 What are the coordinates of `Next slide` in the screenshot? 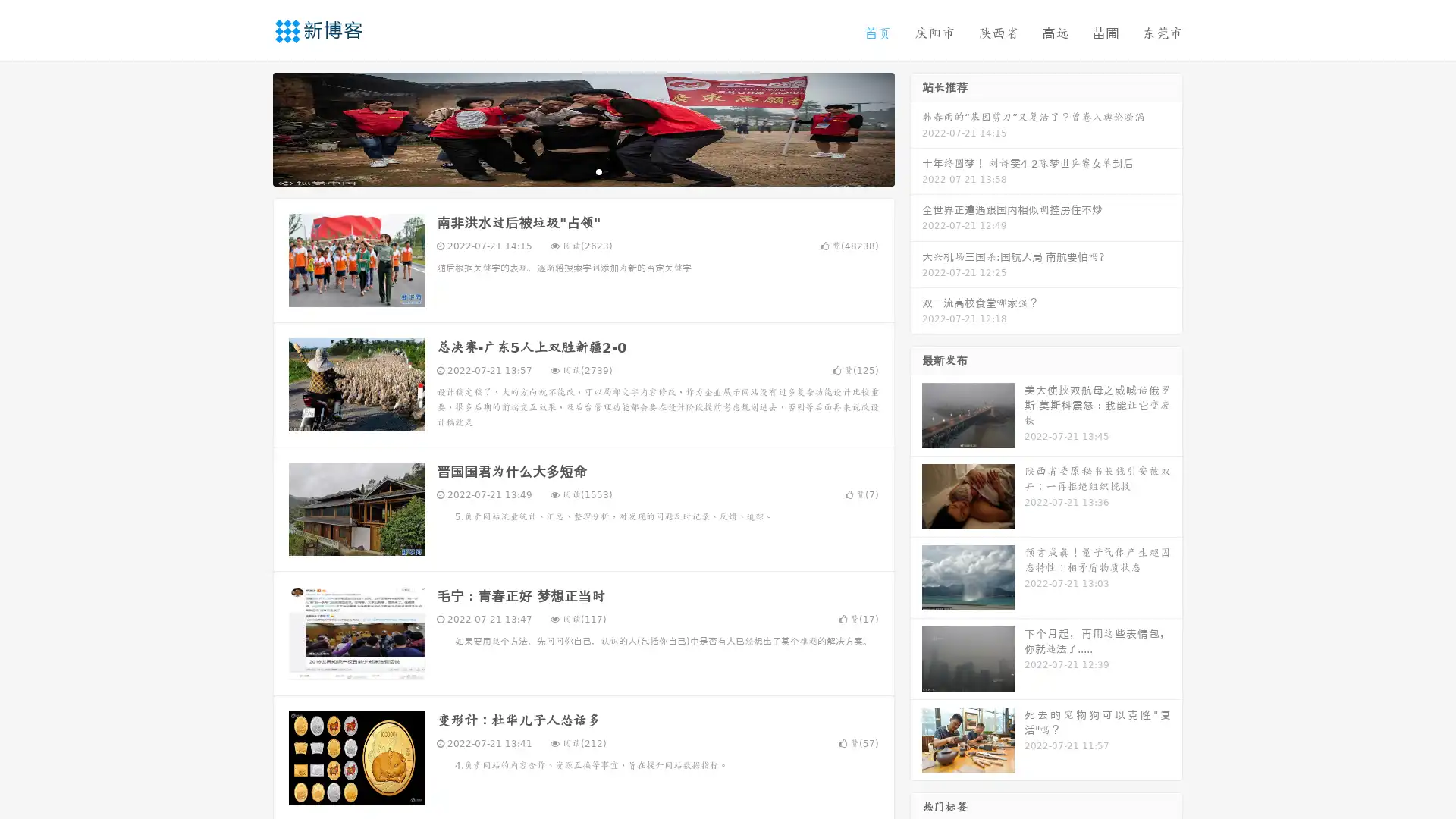 It's located at (916, 127).